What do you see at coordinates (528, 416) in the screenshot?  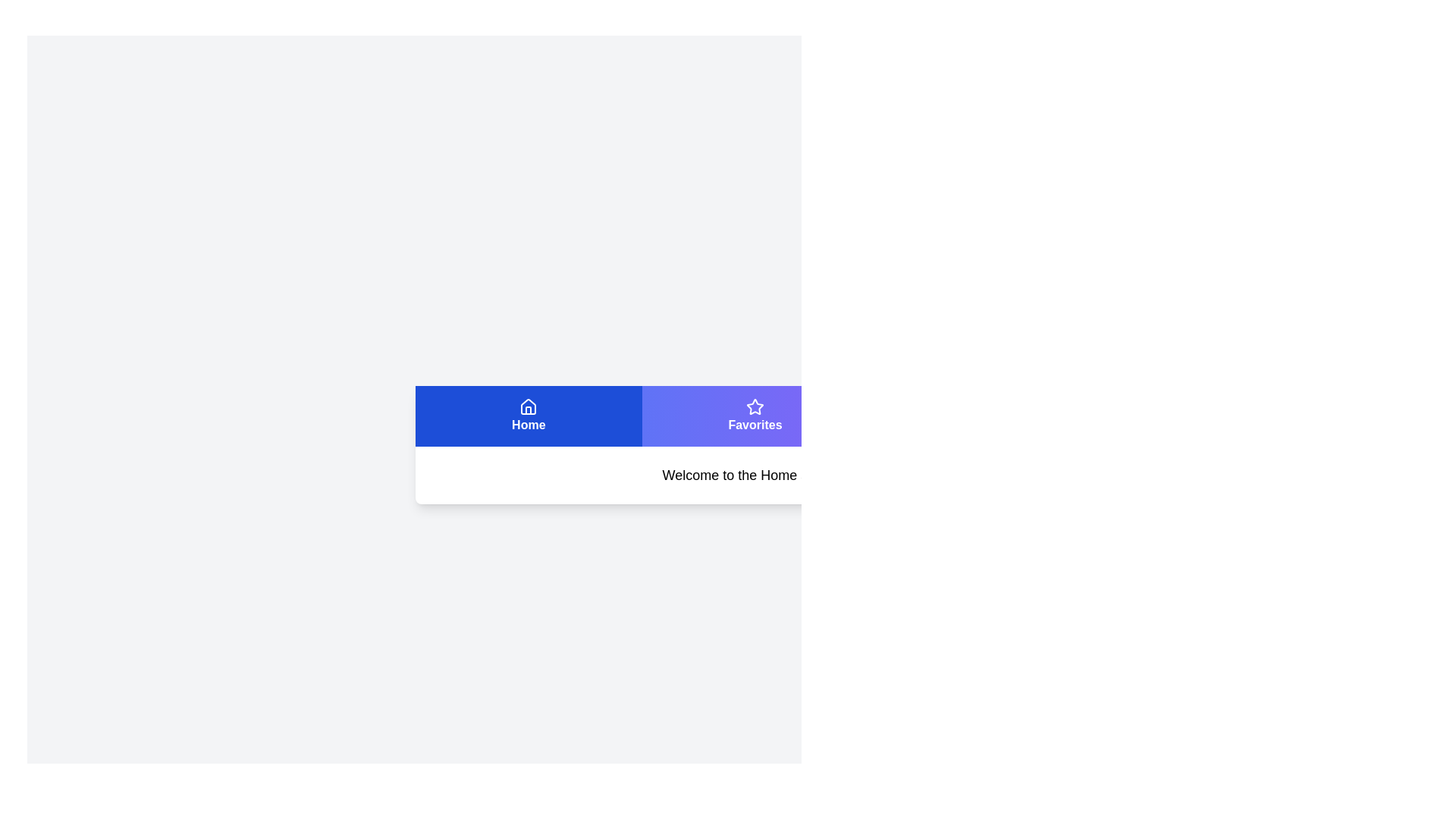 I see `the first button in the horizontal navbar` at bounding box center [528, 416].